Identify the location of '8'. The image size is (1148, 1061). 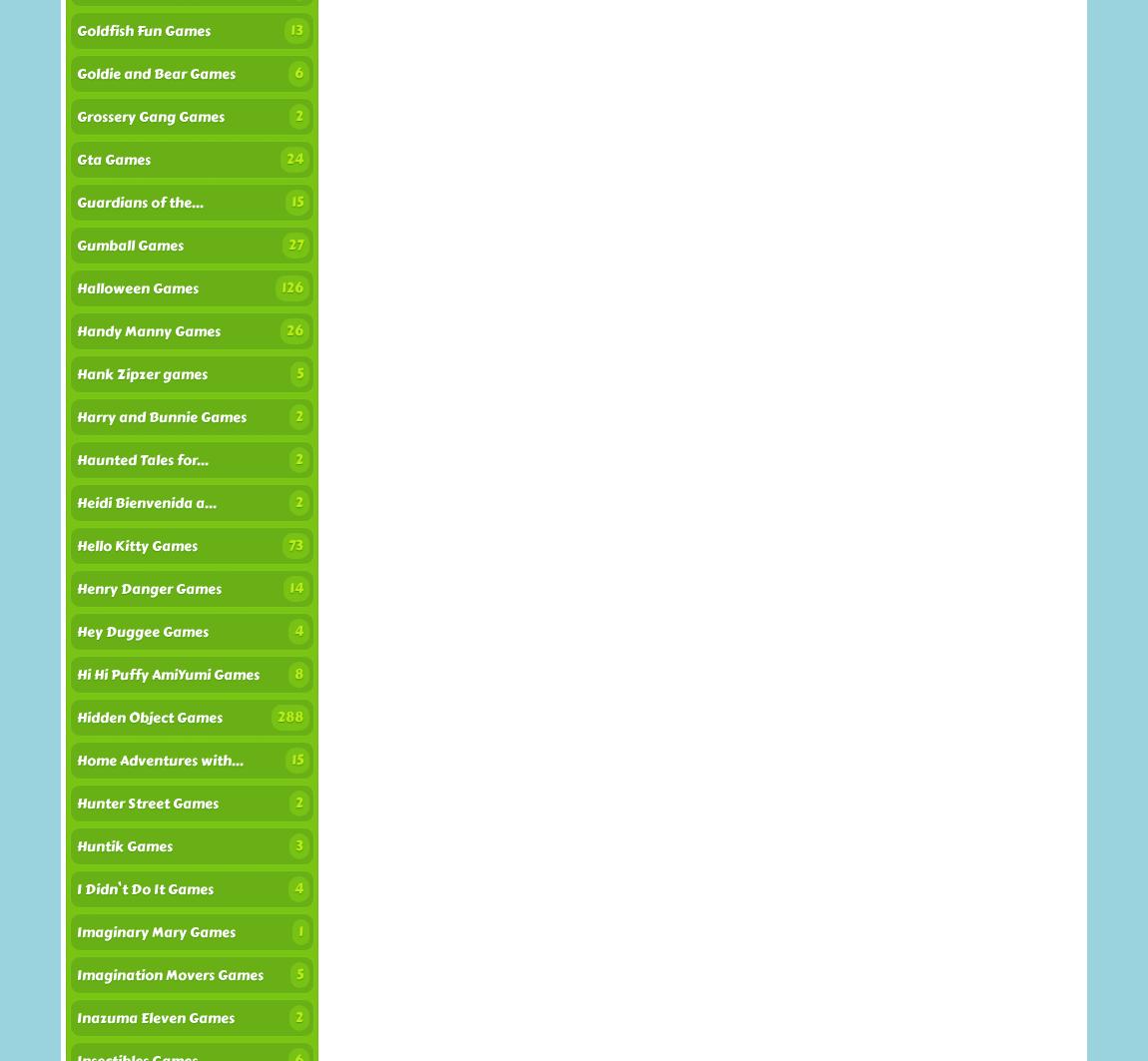
(298, 673).